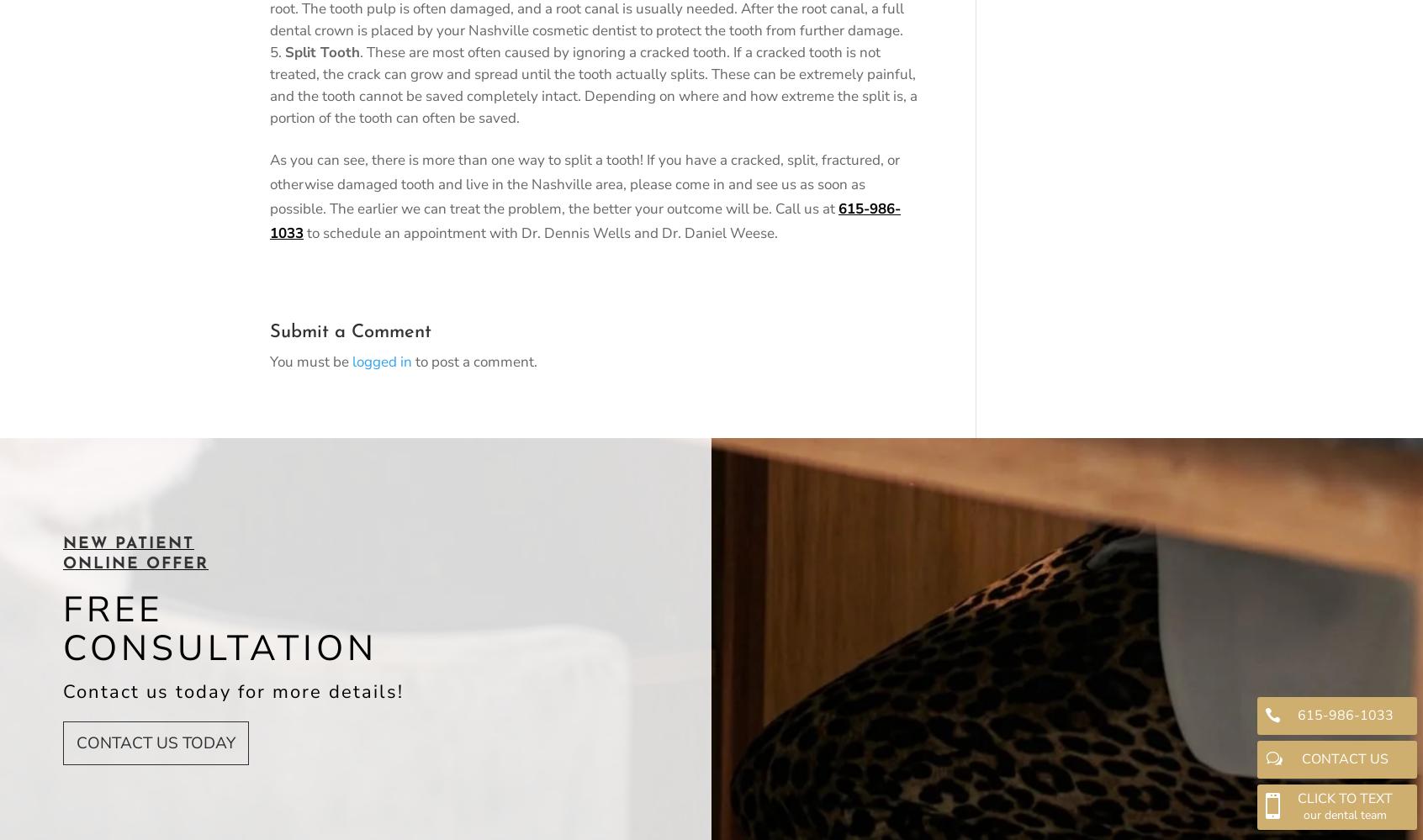  I want to click on 'to post a comment.', so click(474, 360).